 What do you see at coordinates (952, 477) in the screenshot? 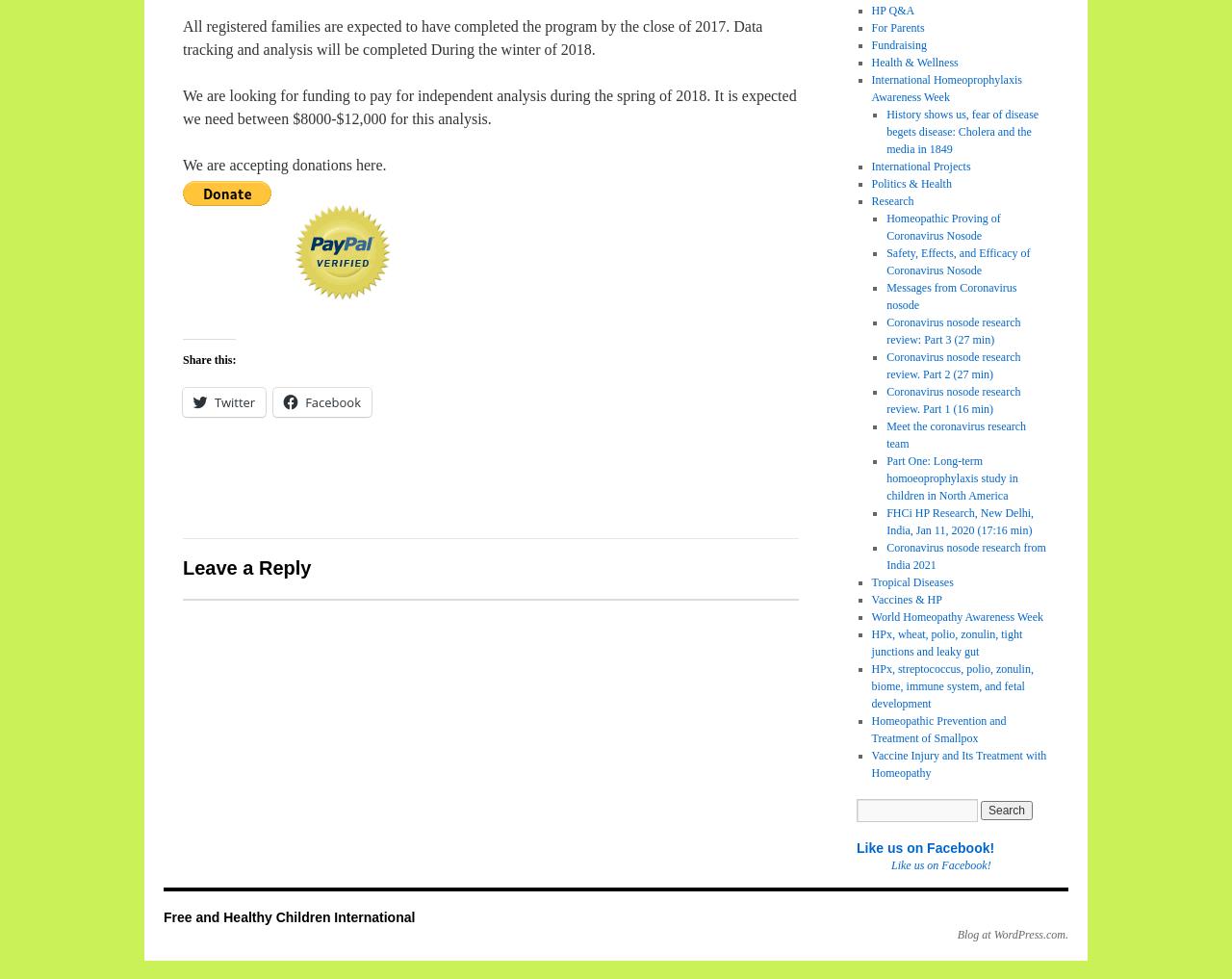
I see `'Part One: Long-term homoeoprophylaxis study in children in North America'` at bounding box center [952, 477].